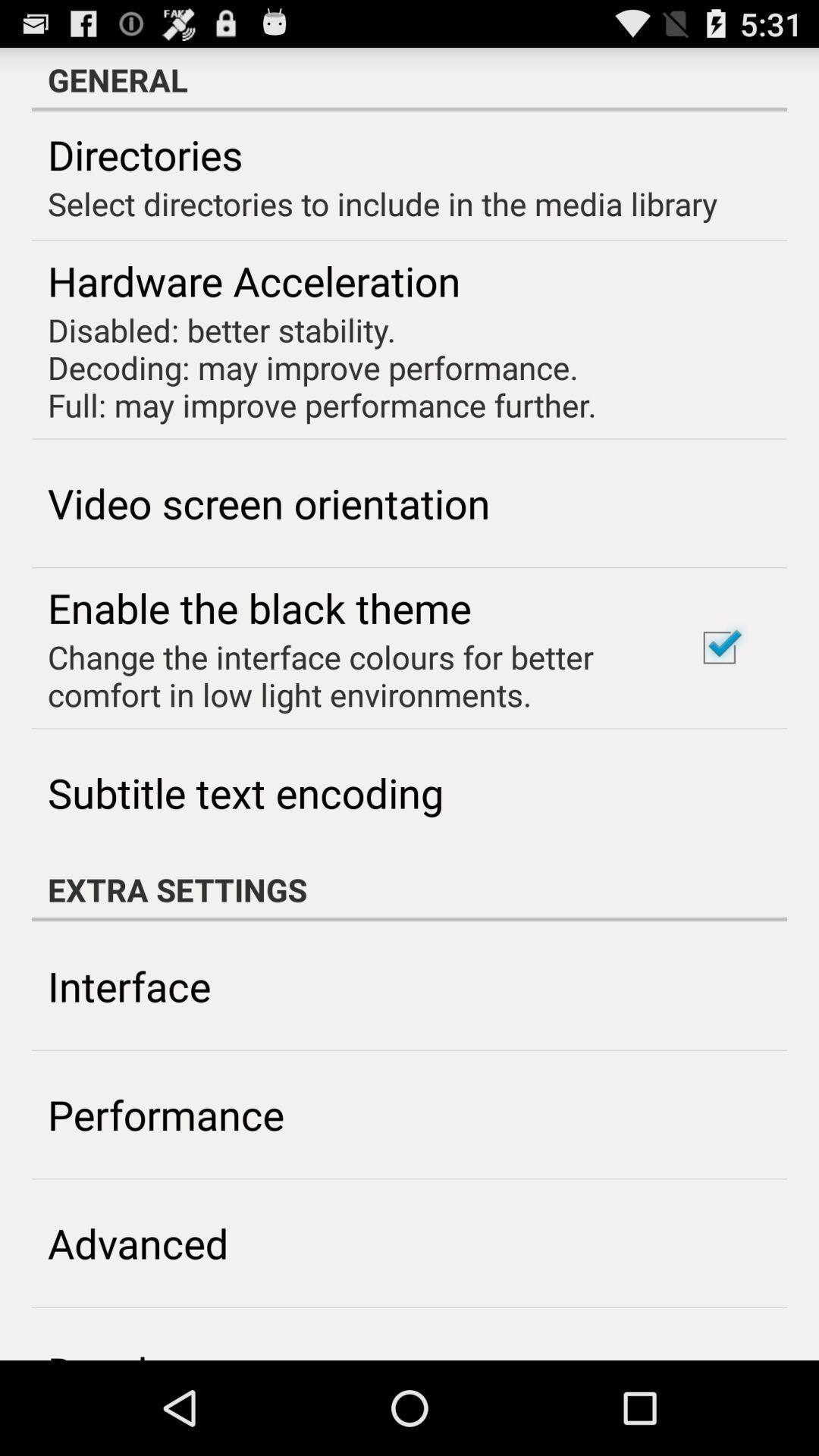 The image size is (819, 1456). I want to click on item below select directories to app, so click(718, 648).